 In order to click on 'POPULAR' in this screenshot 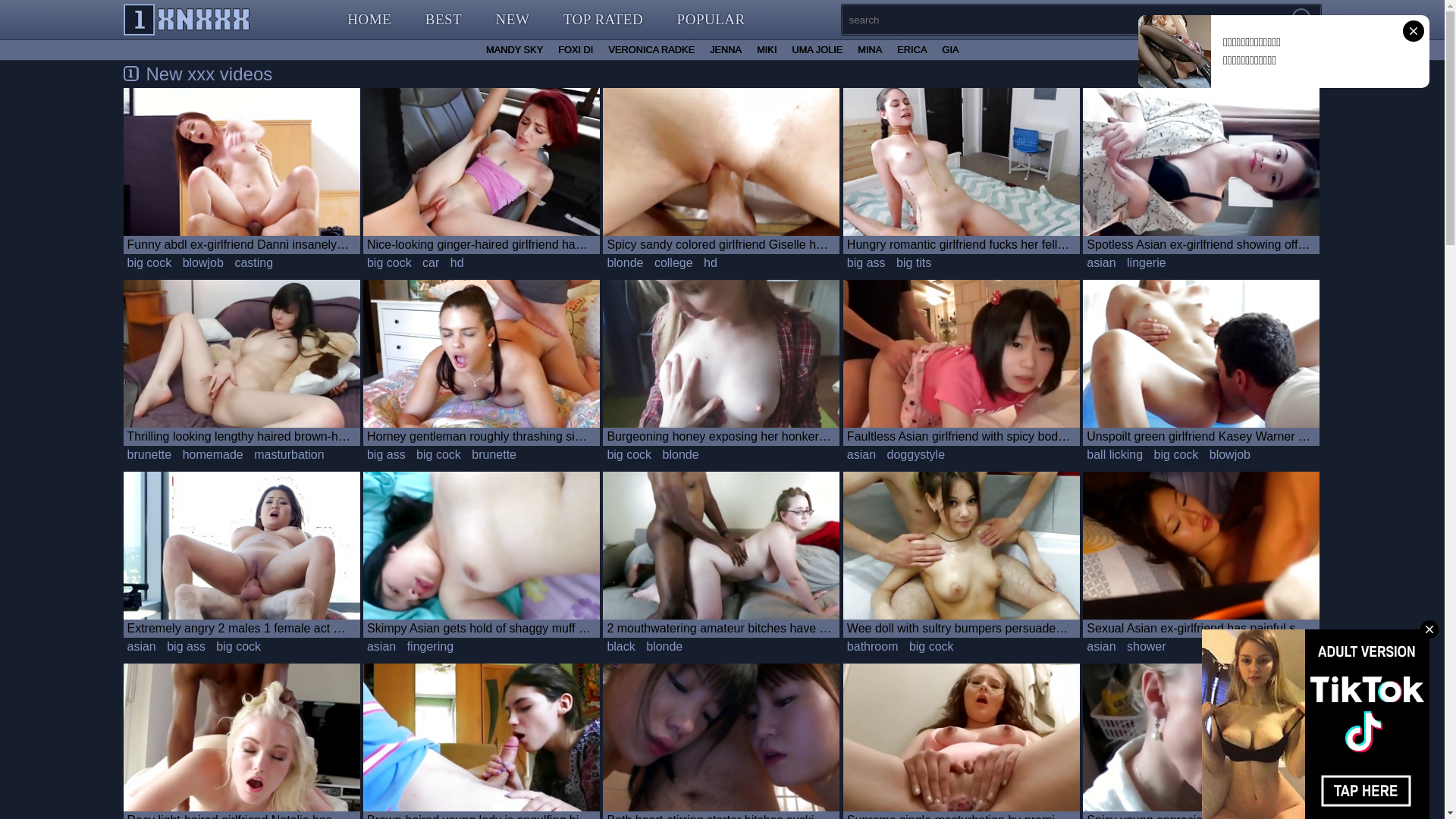, I will do `click(710, 20)`.